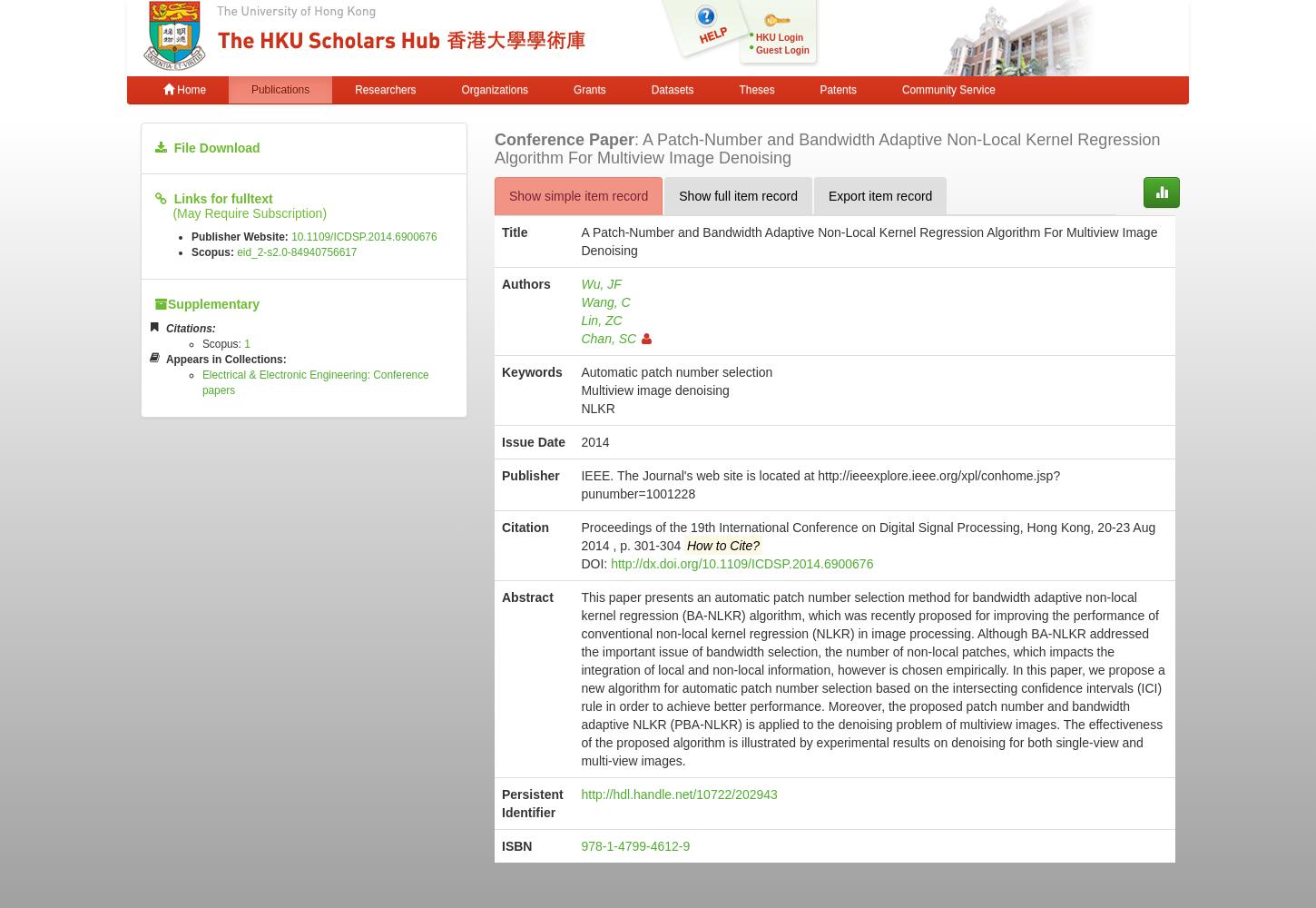 This screenshot has height=908, width=1316. What do you see at coordinates (880, 194) in the screenshot?
I see `'Export item record'` at bounding box center [880, 194].